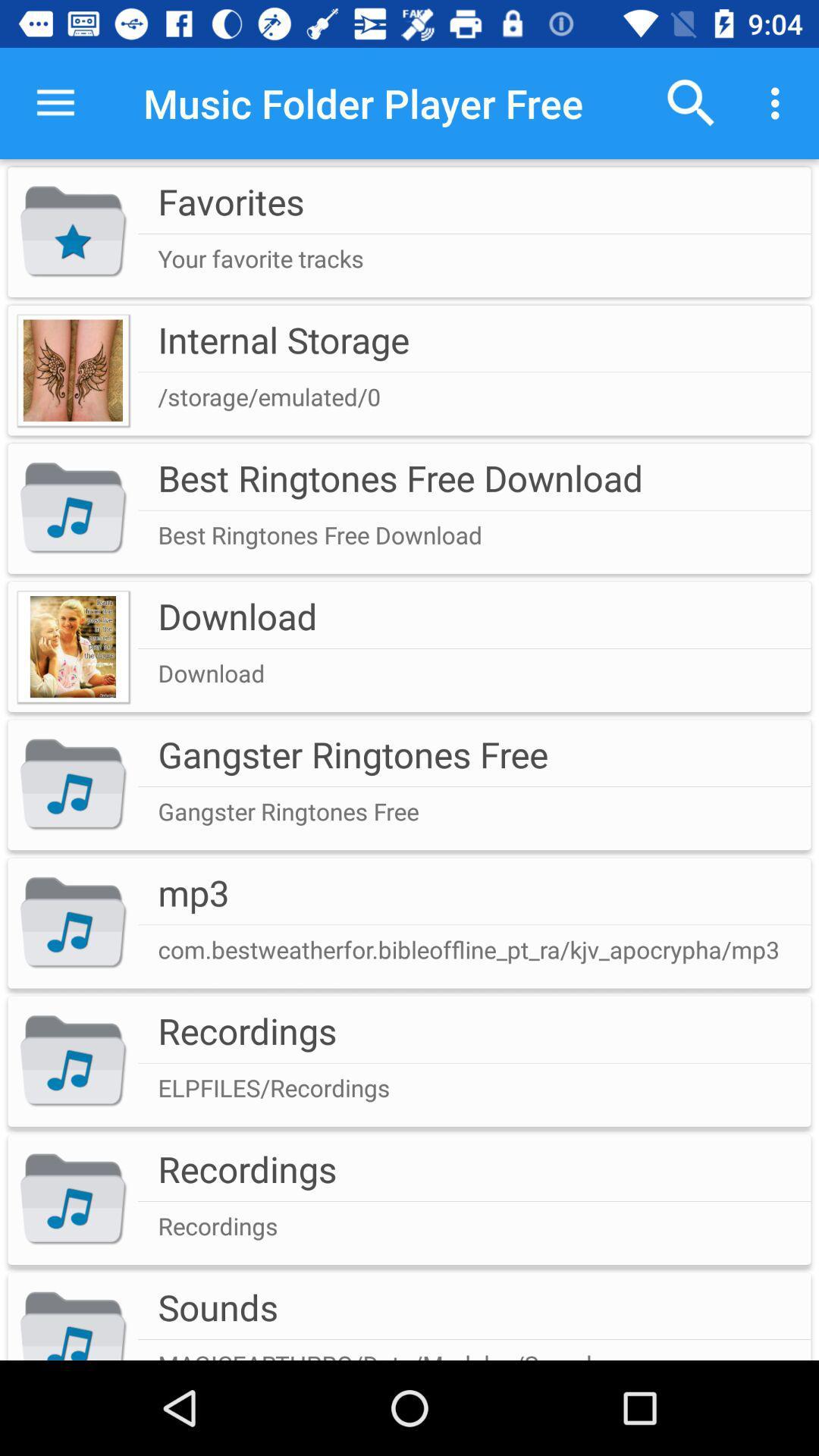 The image size is (819, 1456). I want to click on the icon which is left to text recordings, so click(73, 1199).